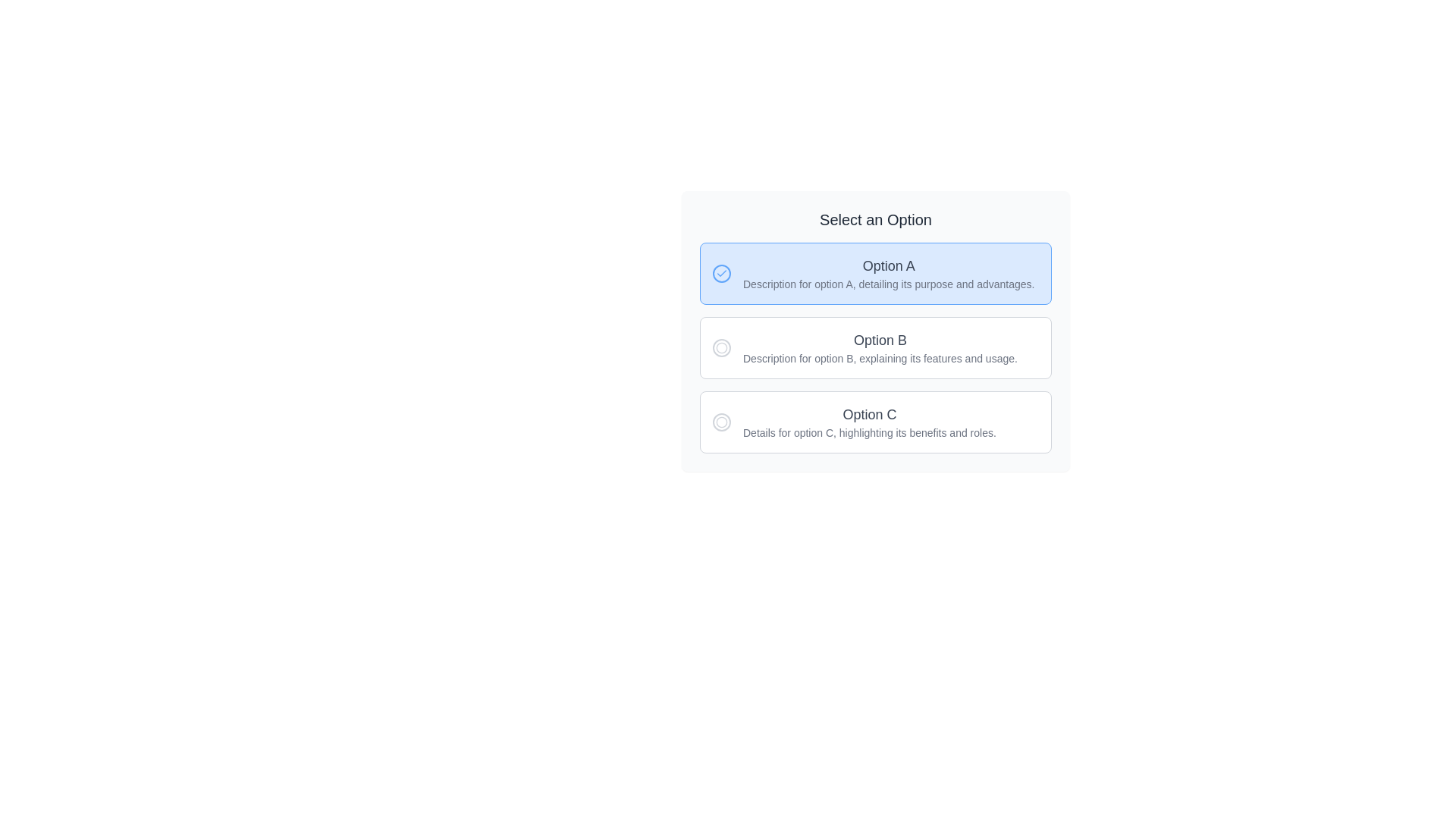 The height and width of the screenshot is (819, 1456). I want to click on the text label displaying 'Option B', which is styled in gray color and located within a selectable option group, situated between 'Option A' and 'Option C', so click(880, 339).